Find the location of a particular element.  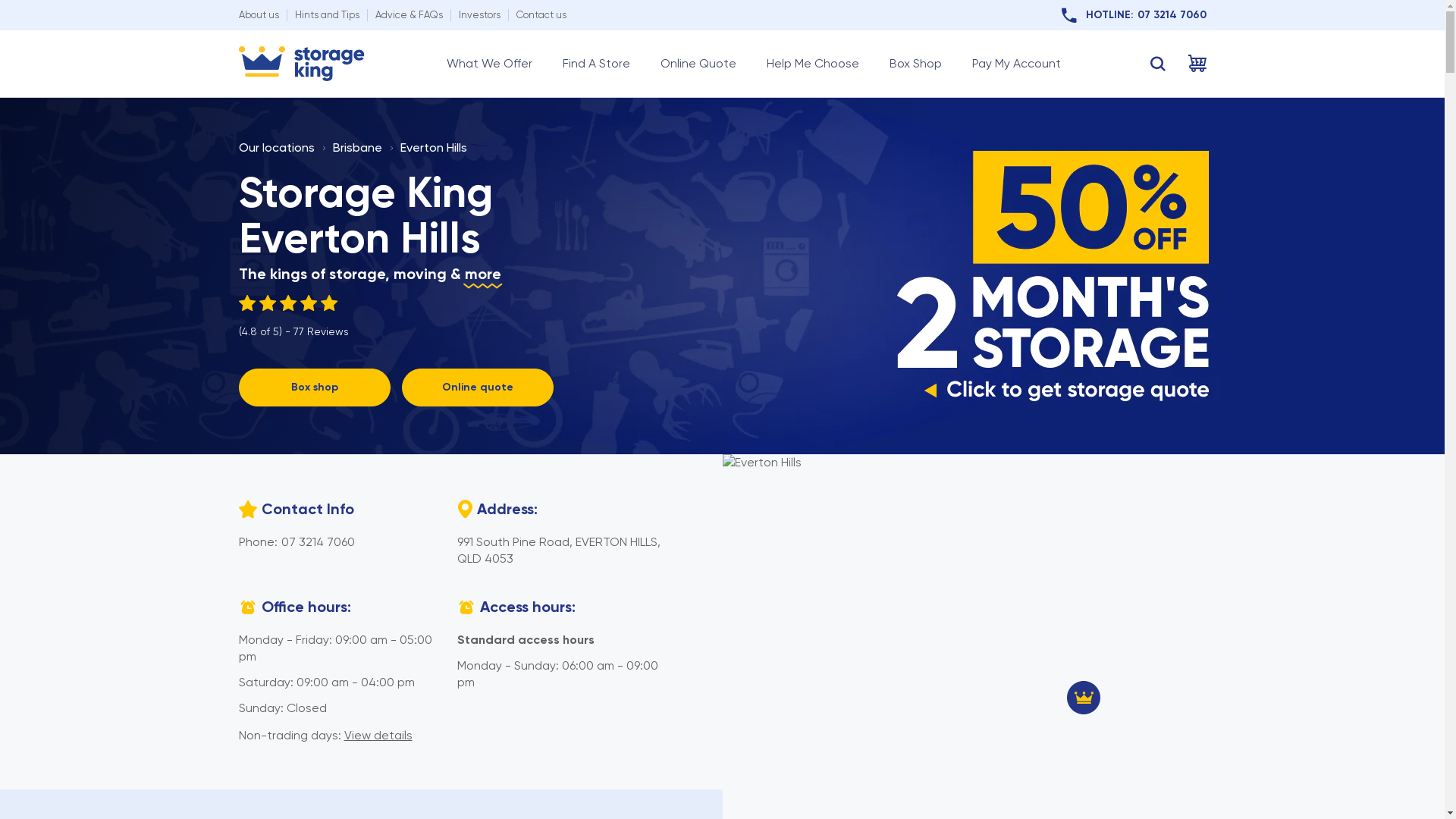

'Pay My Account' is located at coordinates (971, 63).